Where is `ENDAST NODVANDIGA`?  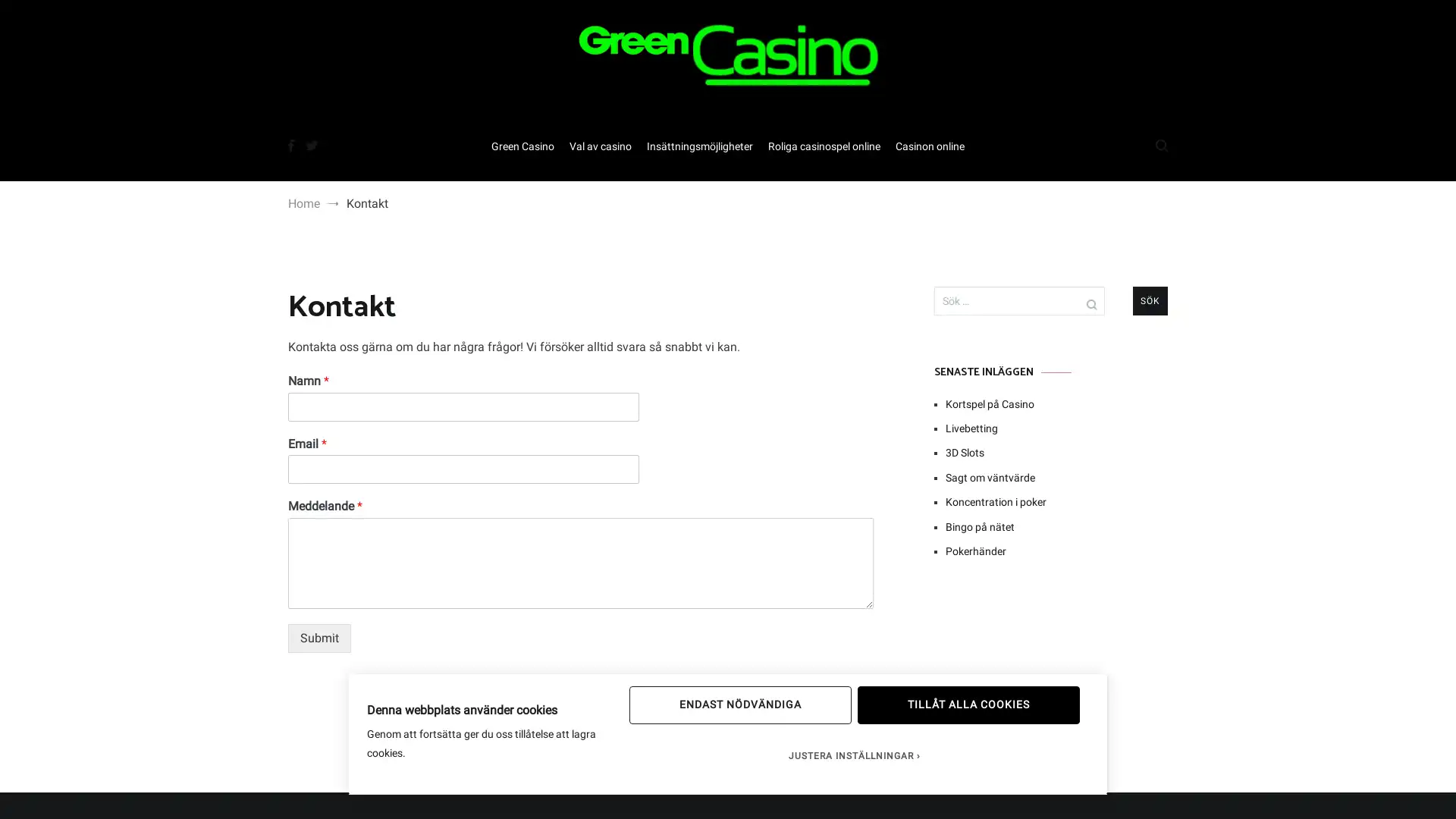 ENDAST NODVANDIGA is located at coordinates (739, 704).